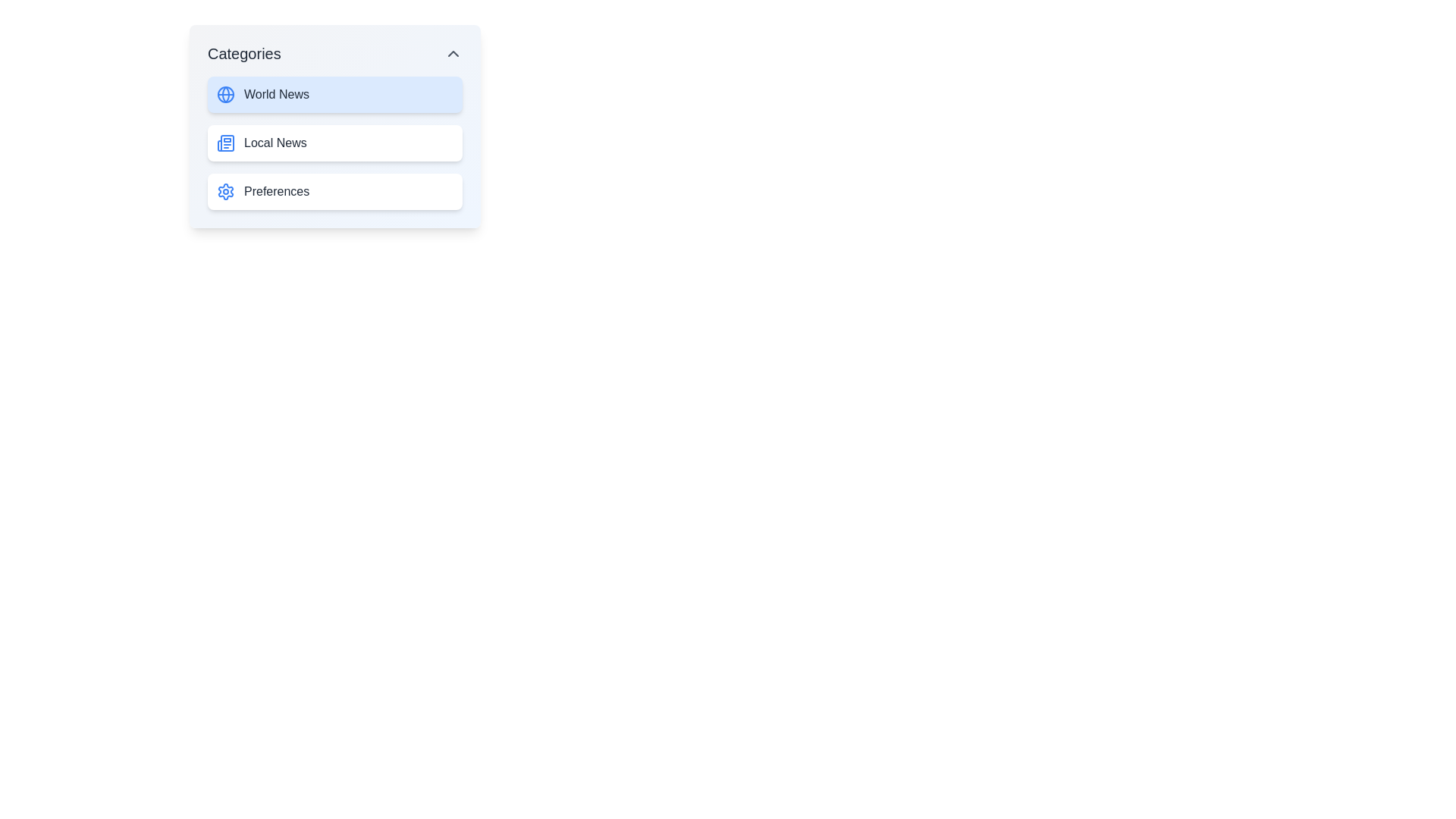 The width and height of the screenshot is (1456, 819). What do you see at coordinates (224, 94) in the screenshot?
I see `the globe icon located to the left of the 'World News' list item within the 'Categories' panel` at bounding box center [224, 94].